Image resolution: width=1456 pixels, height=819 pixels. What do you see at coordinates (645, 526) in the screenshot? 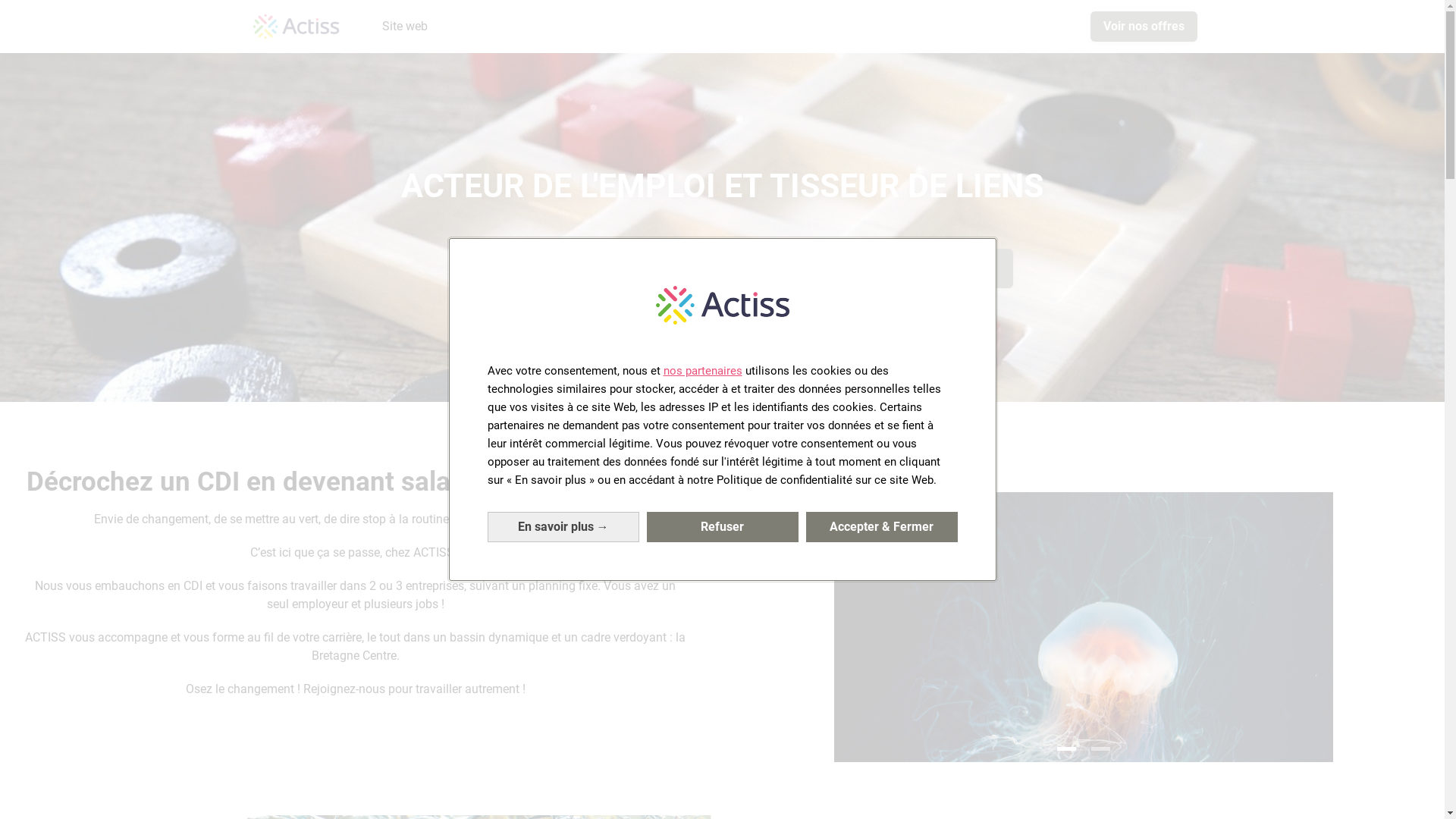
I see `'Refuser'` at bounding box center [645, 526].